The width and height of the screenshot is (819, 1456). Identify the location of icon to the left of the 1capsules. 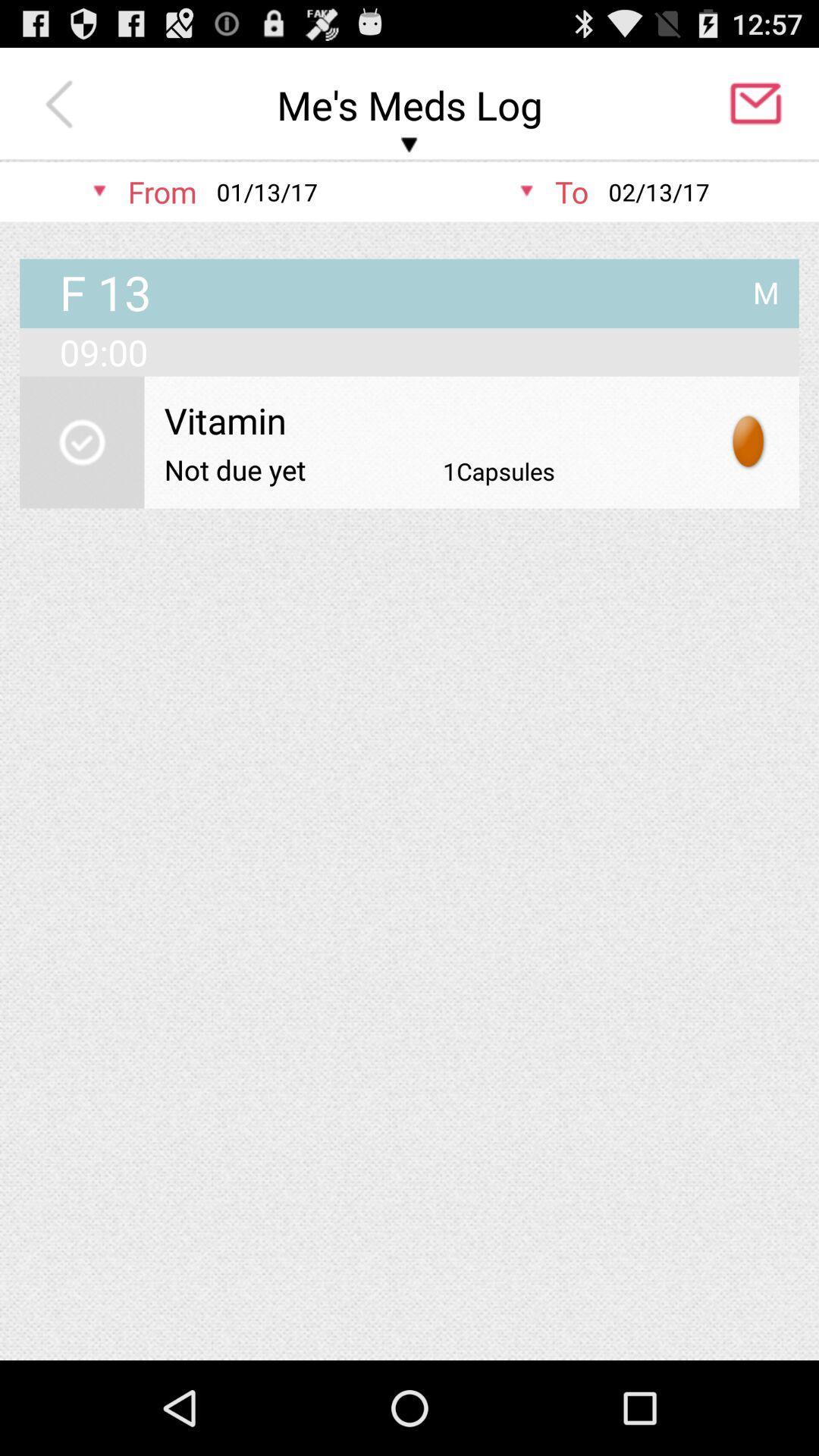
(235, 469).